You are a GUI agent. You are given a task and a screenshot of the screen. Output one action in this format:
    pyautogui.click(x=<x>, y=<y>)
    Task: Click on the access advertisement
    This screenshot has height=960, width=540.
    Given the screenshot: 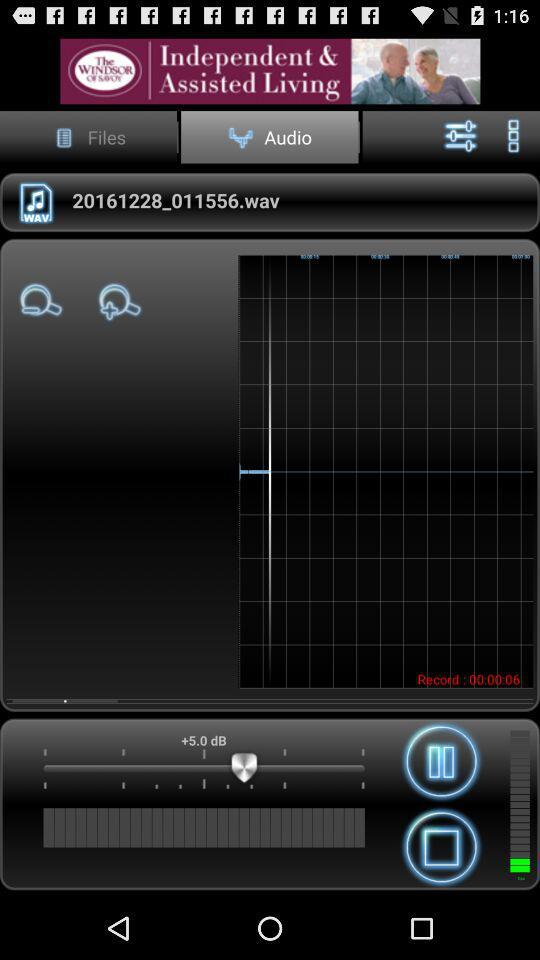 What is the action you would take?
    pyautogui.click(x=270, y=71)
    